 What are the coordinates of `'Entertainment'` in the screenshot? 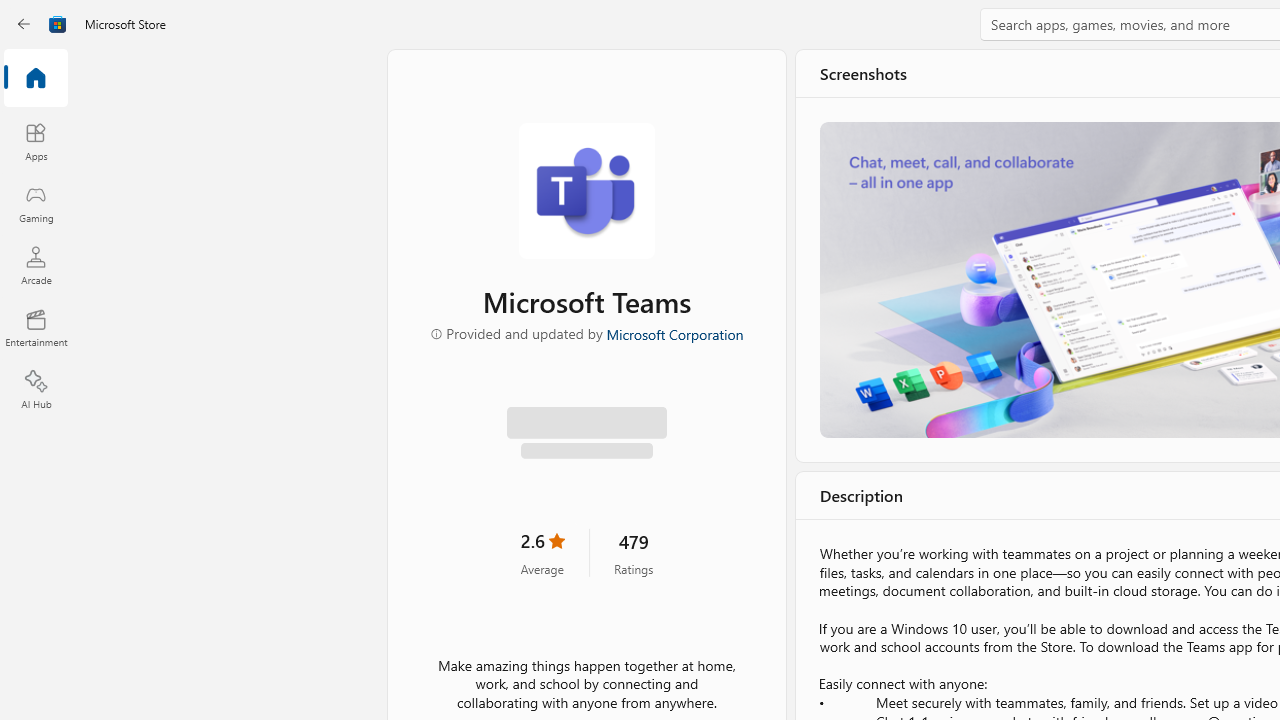 It's located at (35, 326).